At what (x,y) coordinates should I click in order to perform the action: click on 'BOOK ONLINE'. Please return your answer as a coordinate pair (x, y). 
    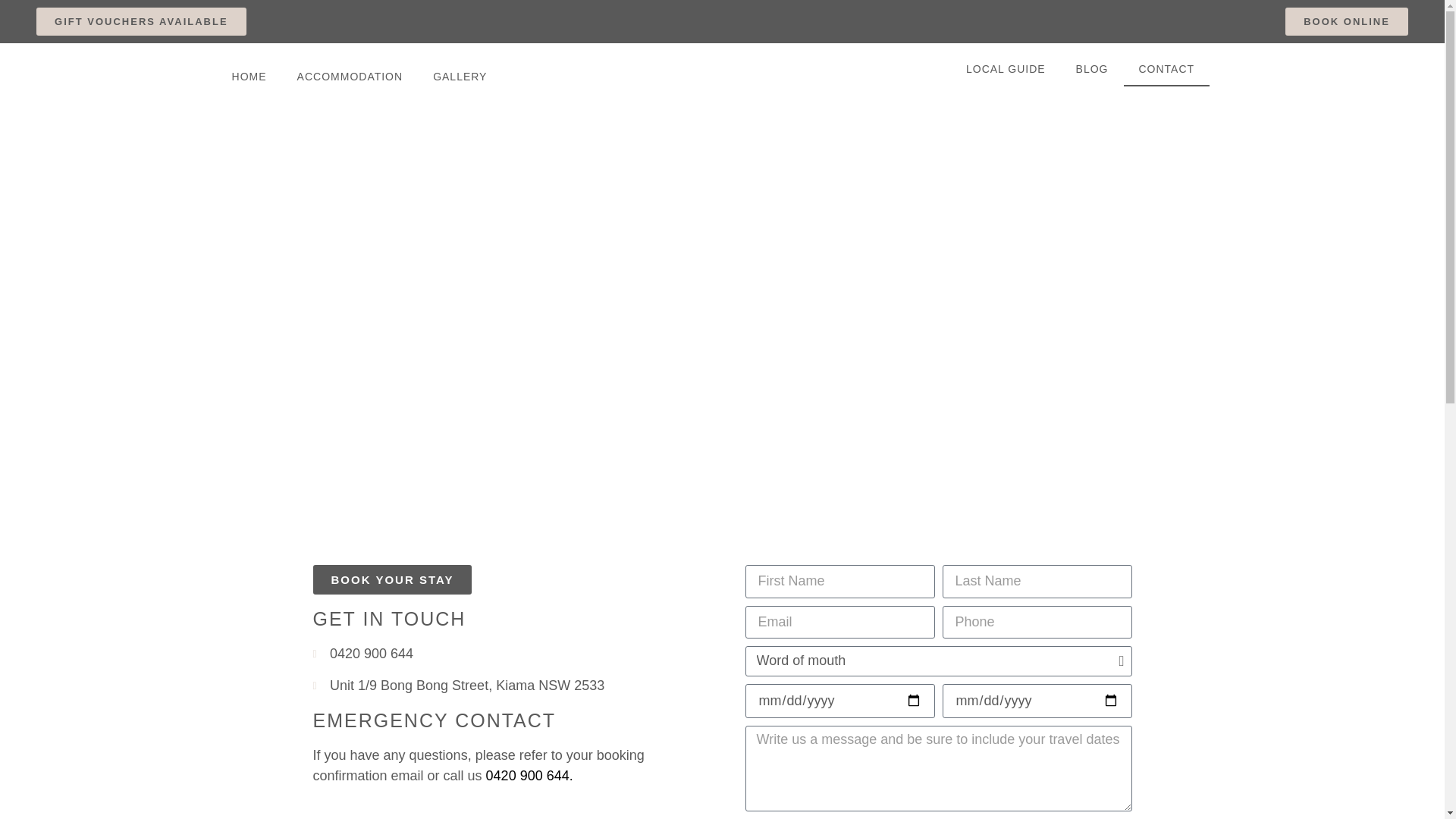
    Looking at the image, I should click on (1347, 21).